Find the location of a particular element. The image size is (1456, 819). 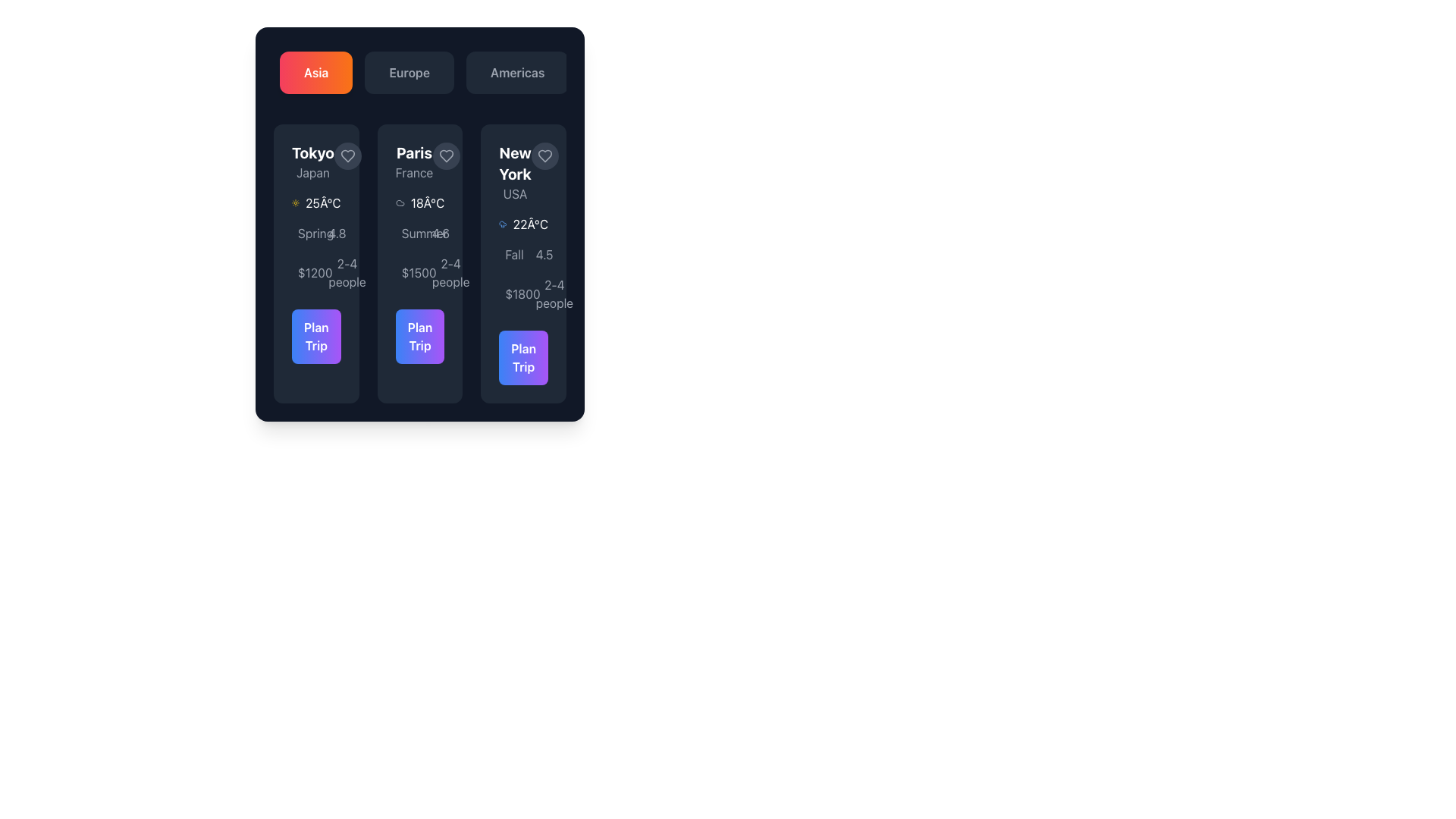

the Decorative and informational UI element displaying a small yellow sun icon and the text '25Â°C' on a dark background, located in the Tokyo card beneath the 'Japan' label is located at coordinates (315, 202).